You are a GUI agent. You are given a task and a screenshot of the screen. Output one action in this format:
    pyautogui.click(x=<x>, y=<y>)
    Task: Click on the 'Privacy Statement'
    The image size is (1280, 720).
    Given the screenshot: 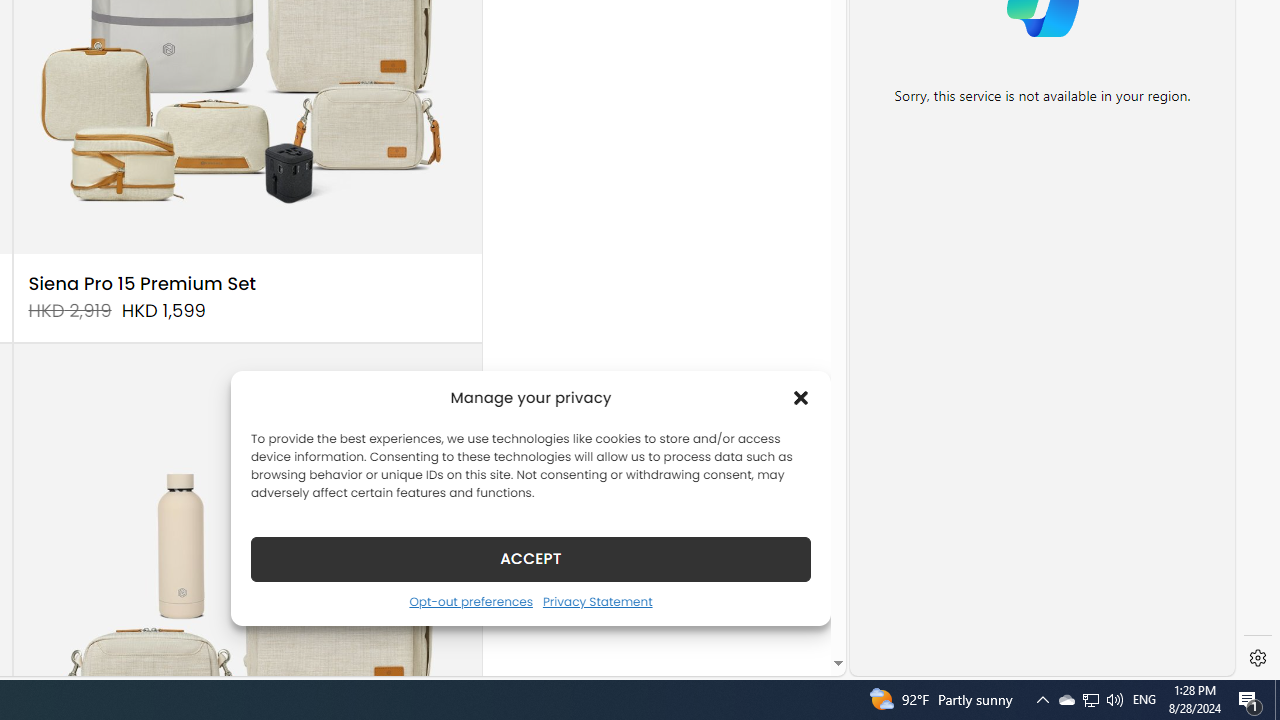 What is the action you would take?
    pyautogui.click(x=596, y=600)
    